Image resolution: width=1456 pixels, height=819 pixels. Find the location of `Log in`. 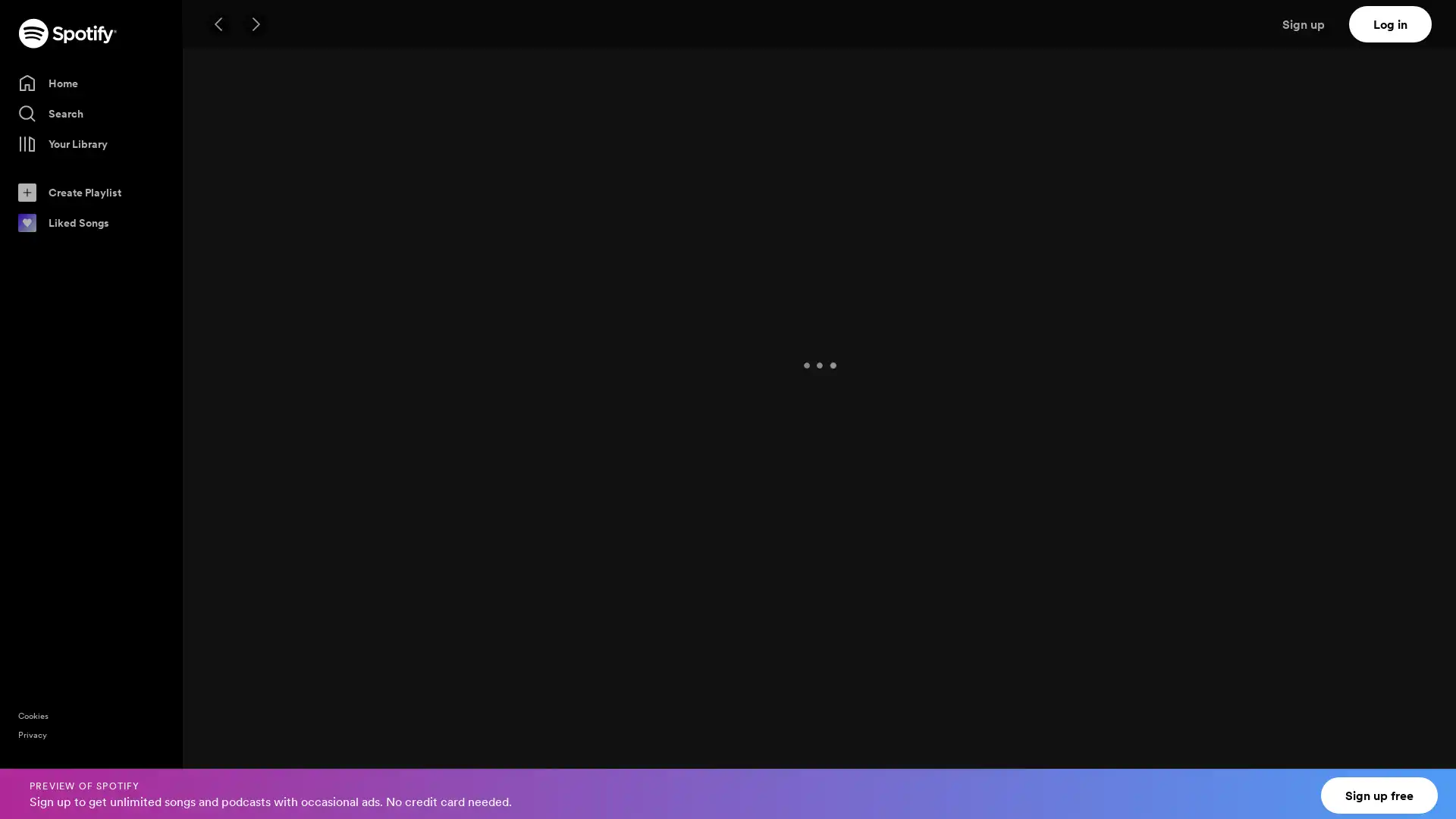

Log in is located at coordinates (1390, 24).